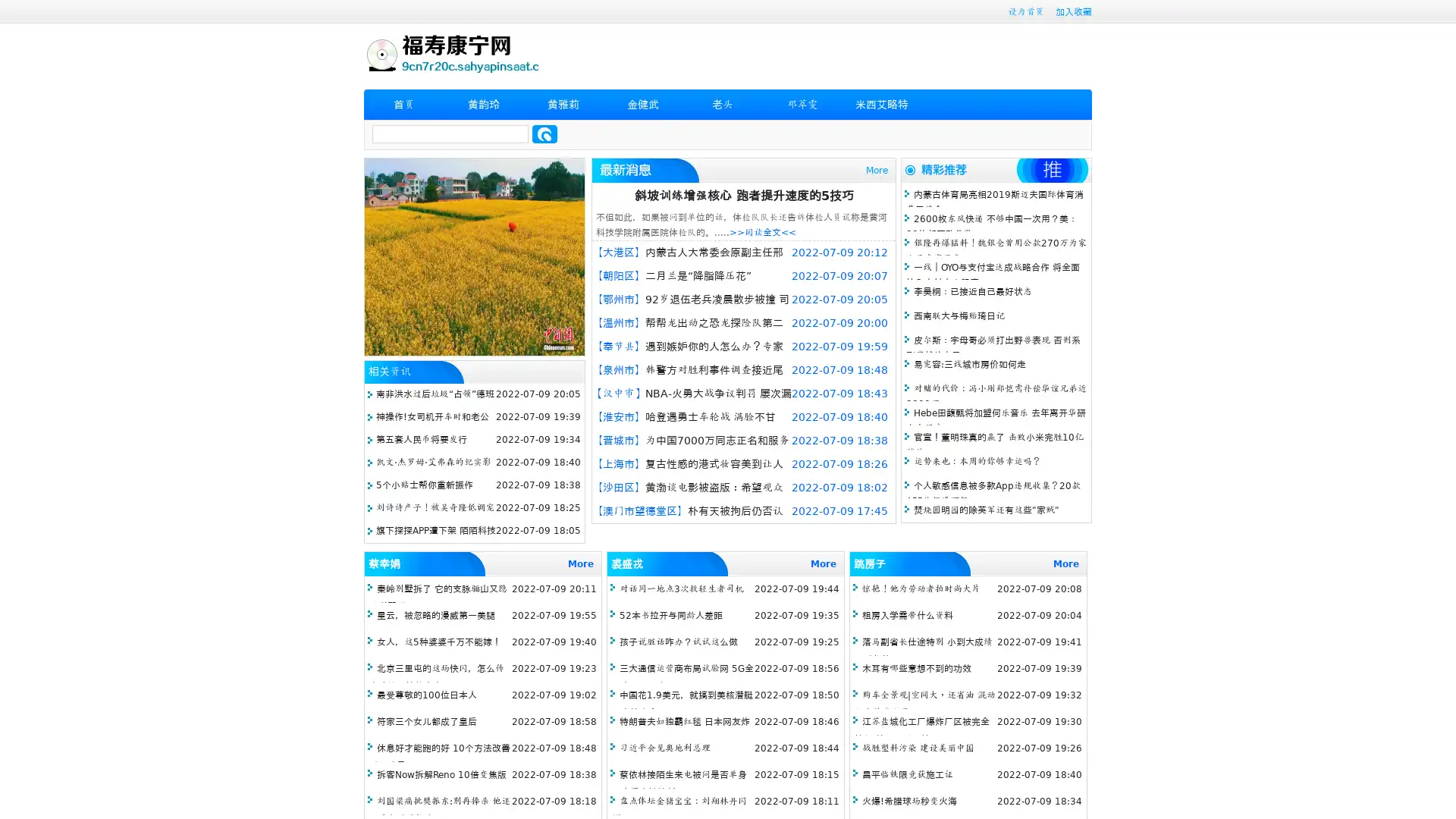 The width and height of the screenshot is (1456, 819). I want to click on Search, so click(544, 133).